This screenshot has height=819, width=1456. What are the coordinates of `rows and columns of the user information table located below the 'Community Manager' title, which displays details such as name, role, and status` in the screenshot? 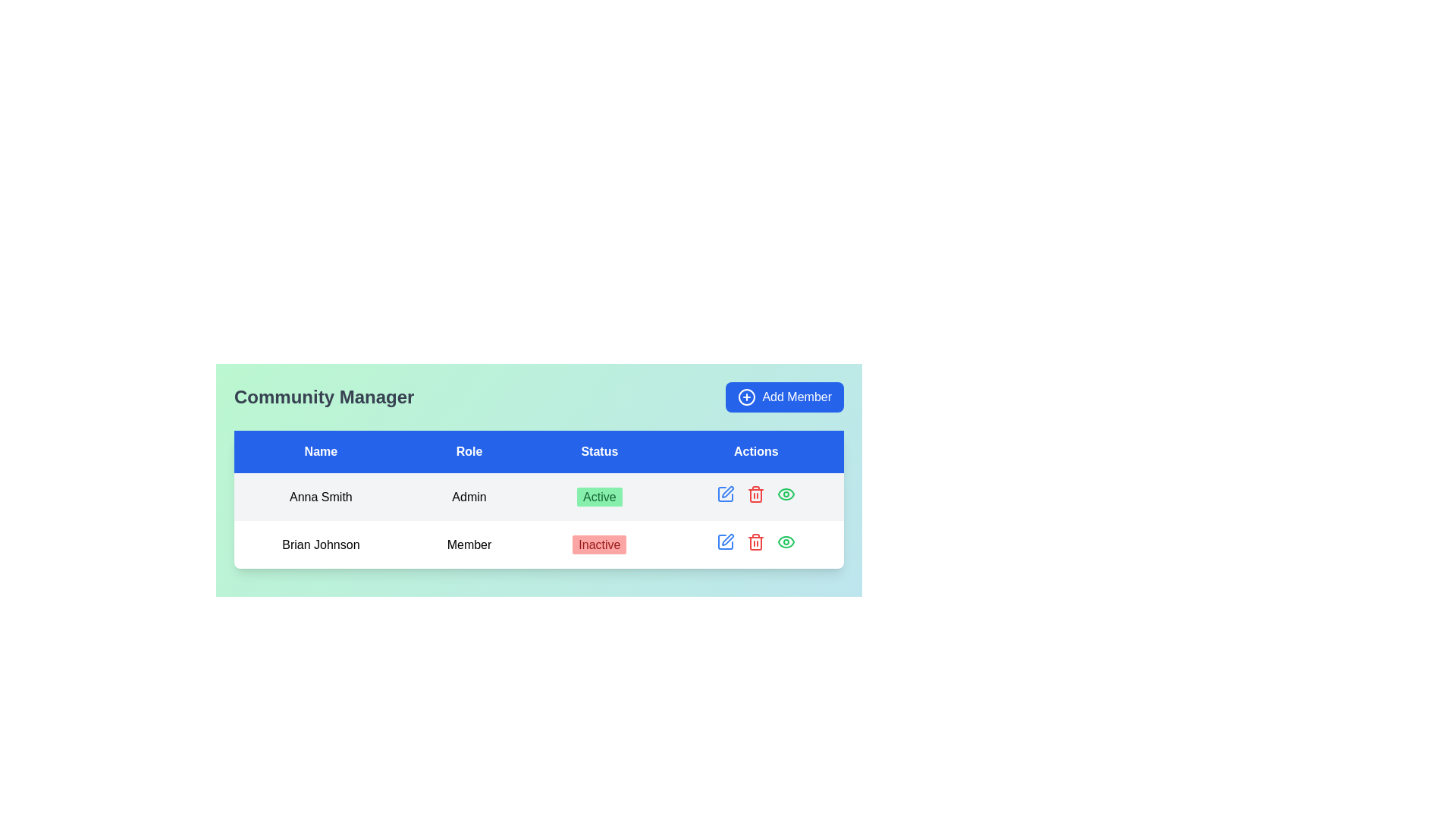 It's located at (538, 500).